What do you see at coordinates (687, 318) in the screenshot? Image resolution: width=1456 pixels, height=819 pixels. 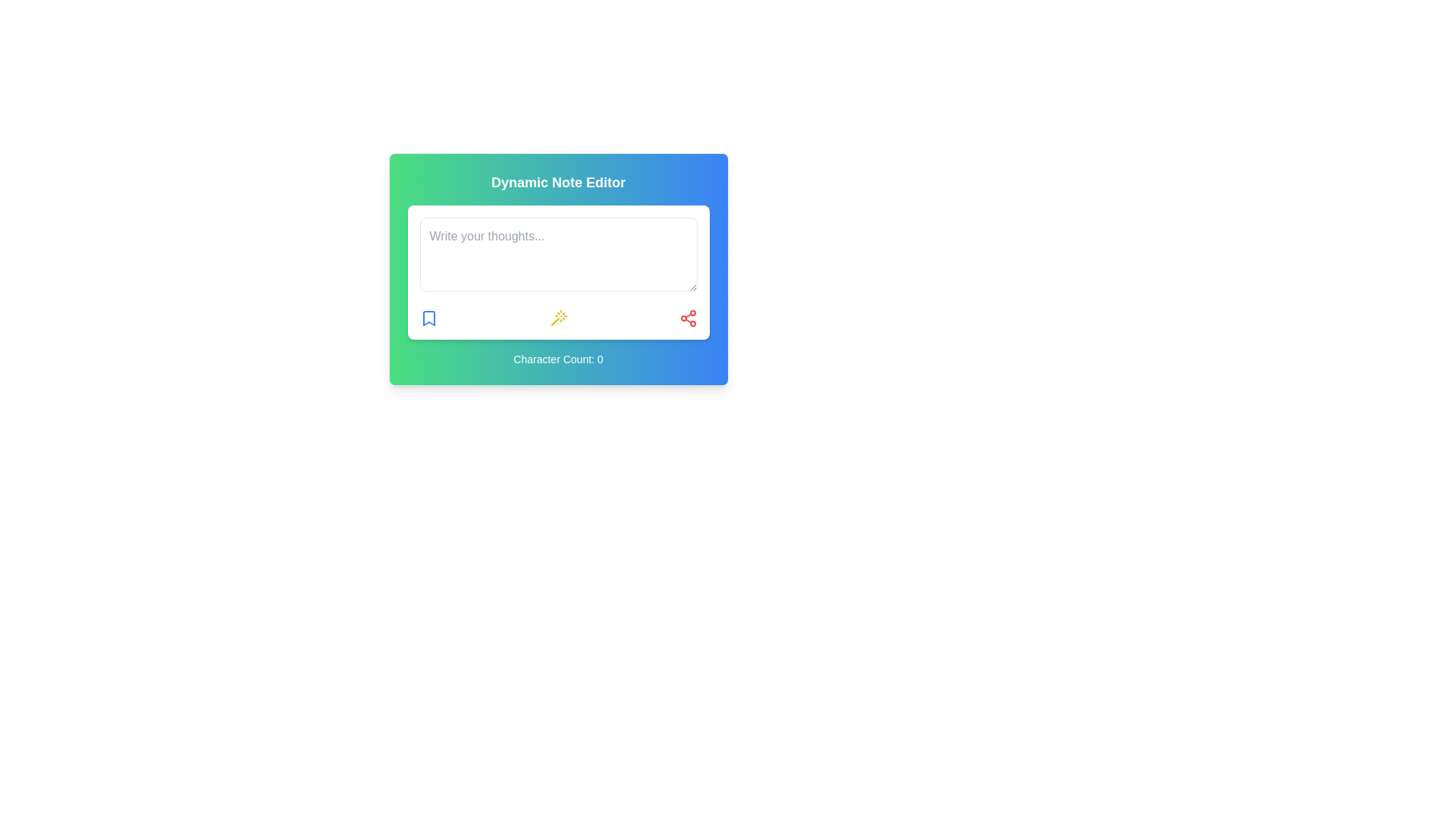 I see `the share icon button located in the bottom-right corner of the card, which is positioned next to a blue bookmark icon and a yellow wand icon` at bounding box center [687, 318].